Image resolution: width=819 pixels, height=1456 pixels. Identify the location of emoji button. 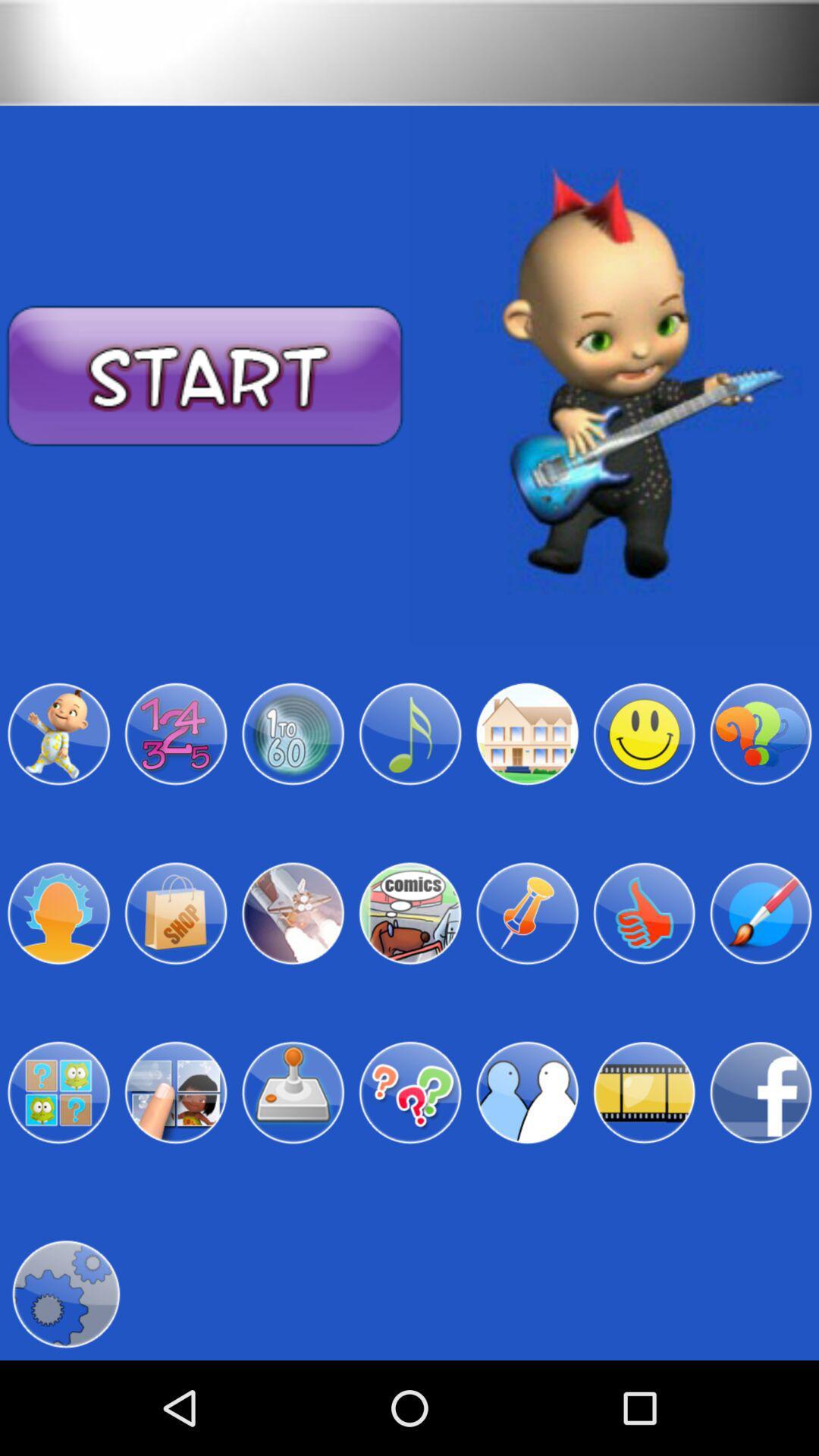
(644, 734).